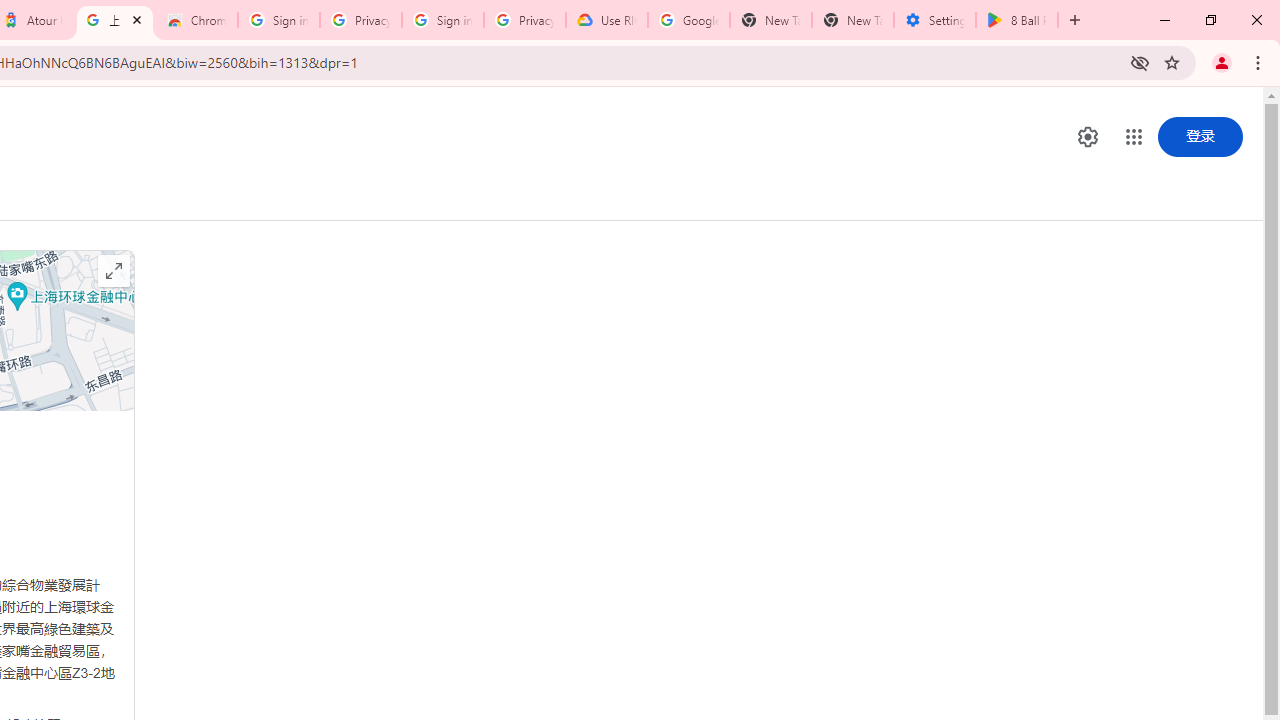 The width and height of the screenshot is (1280, 720). What do you see at coordinates (852, 20) in the screenshot?
I see `'New Tab'` at bounding box center [852, 20].